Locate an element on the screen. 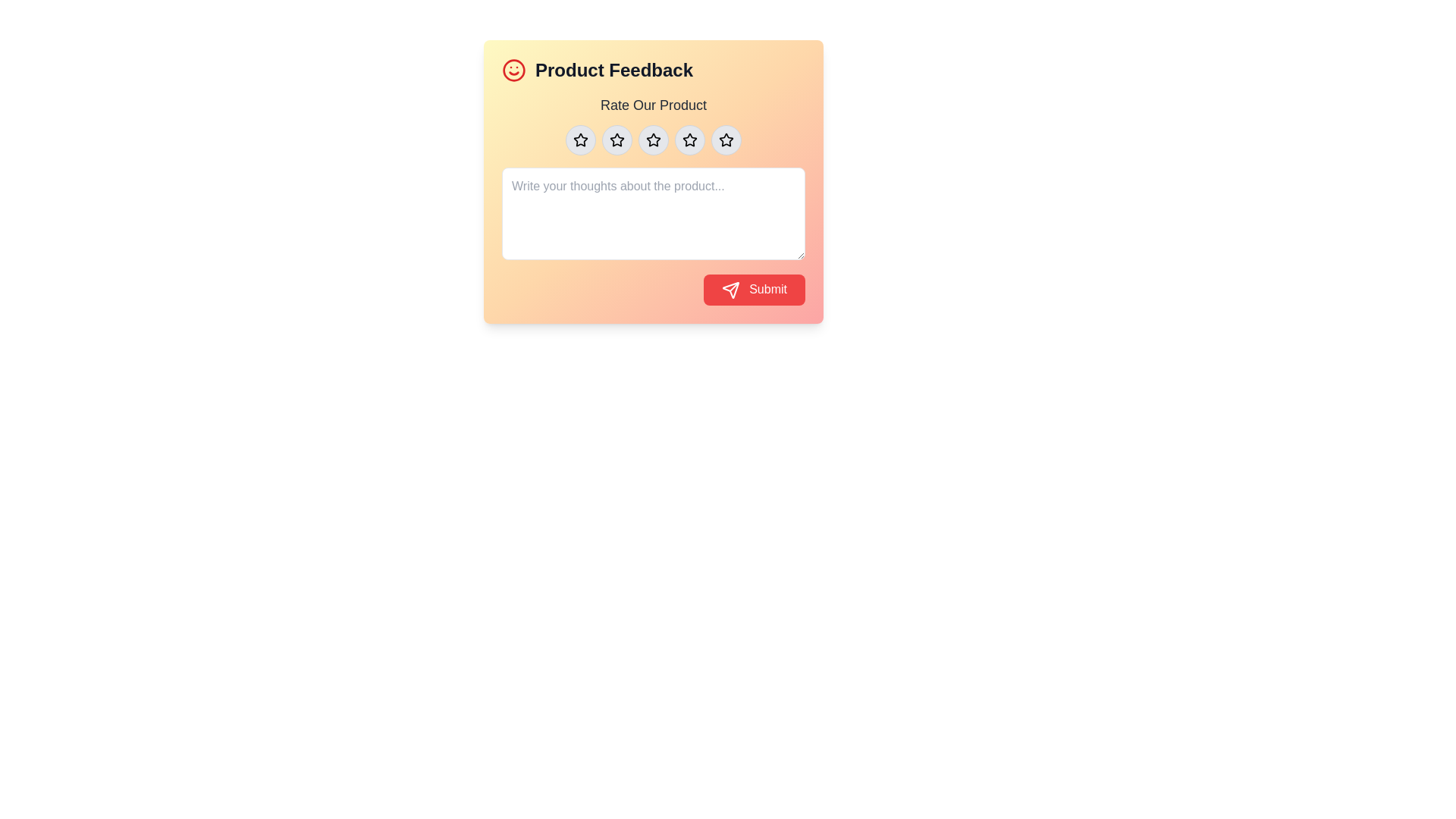  the circular rating button with a black star icon, which is the second button from the left in the group of five, located below the 'Rate Our Product' heading is located at coordinates (617, 140).